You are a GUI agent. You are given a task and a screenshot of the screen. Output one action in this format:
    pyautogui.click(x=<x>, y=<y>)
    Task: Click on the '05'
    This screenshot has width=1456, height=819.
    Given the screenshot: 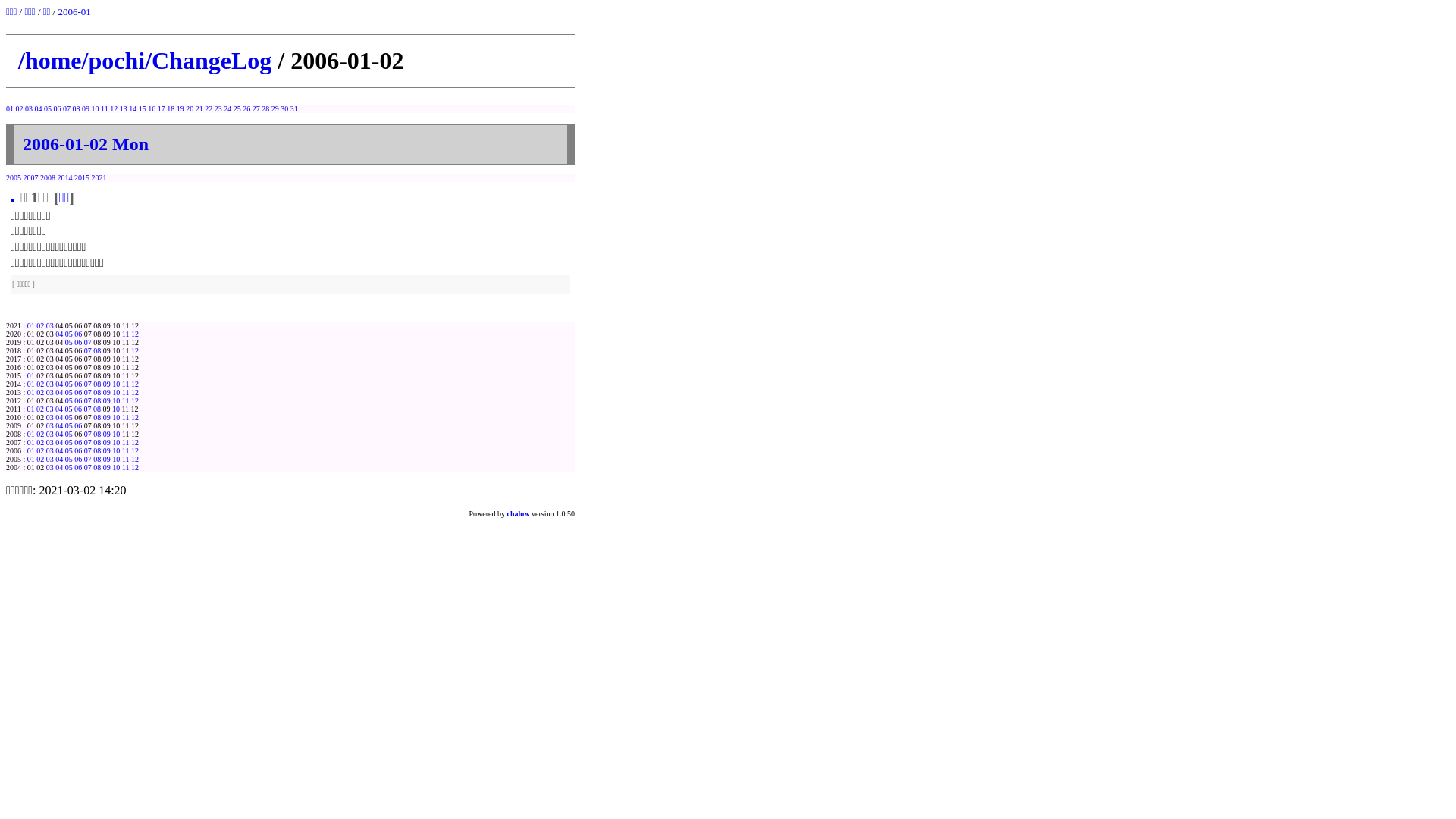 What is the action you would take?
    pyautogui.click(x=68, y=417)
    